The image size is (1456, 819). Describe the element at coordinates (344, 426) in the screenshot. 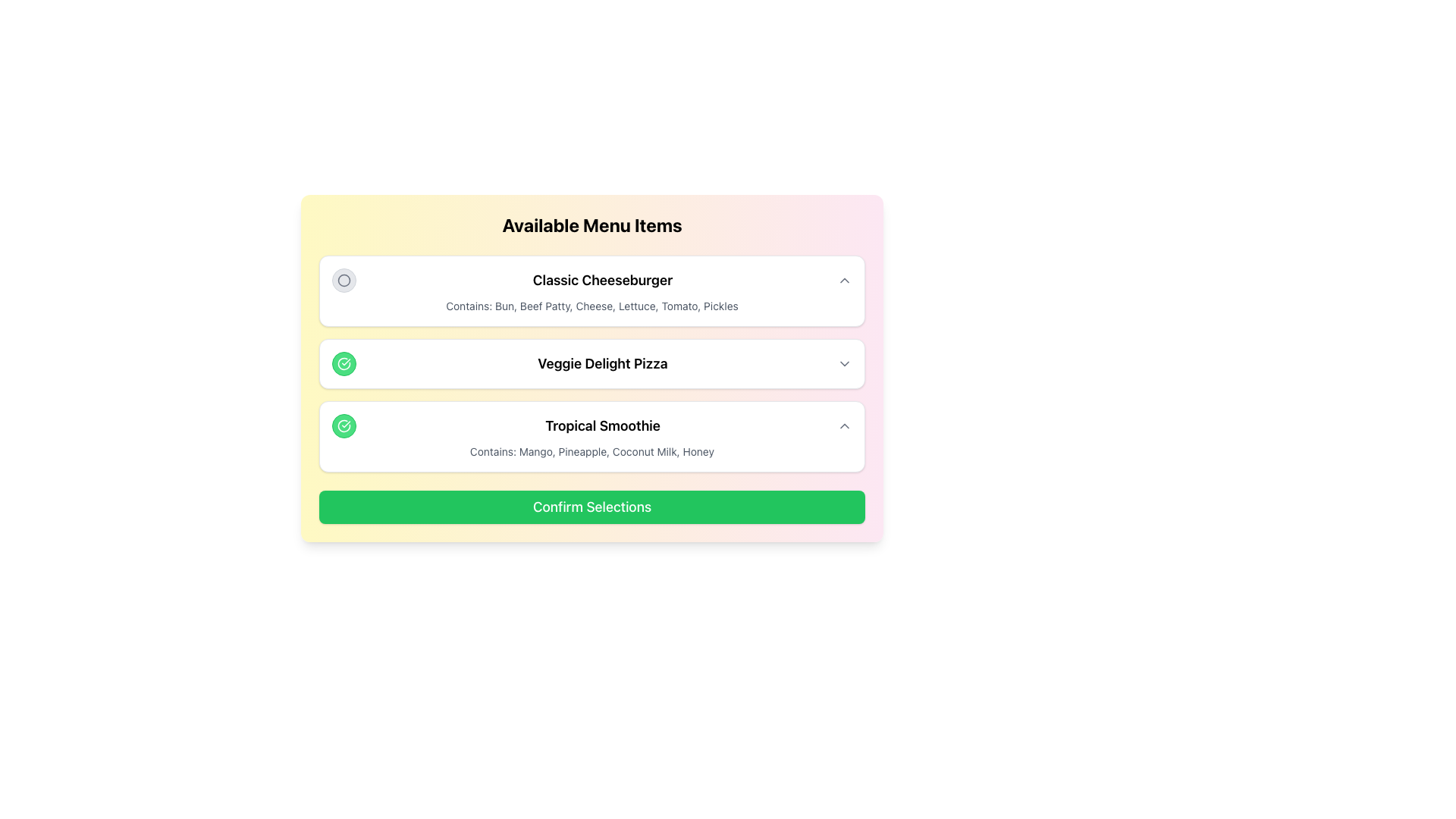

I see `the selection status icon for the 'Veggie Delight Pizza' menu item, which is the primary icon associated with the second list item in the vertical menu` at that location.